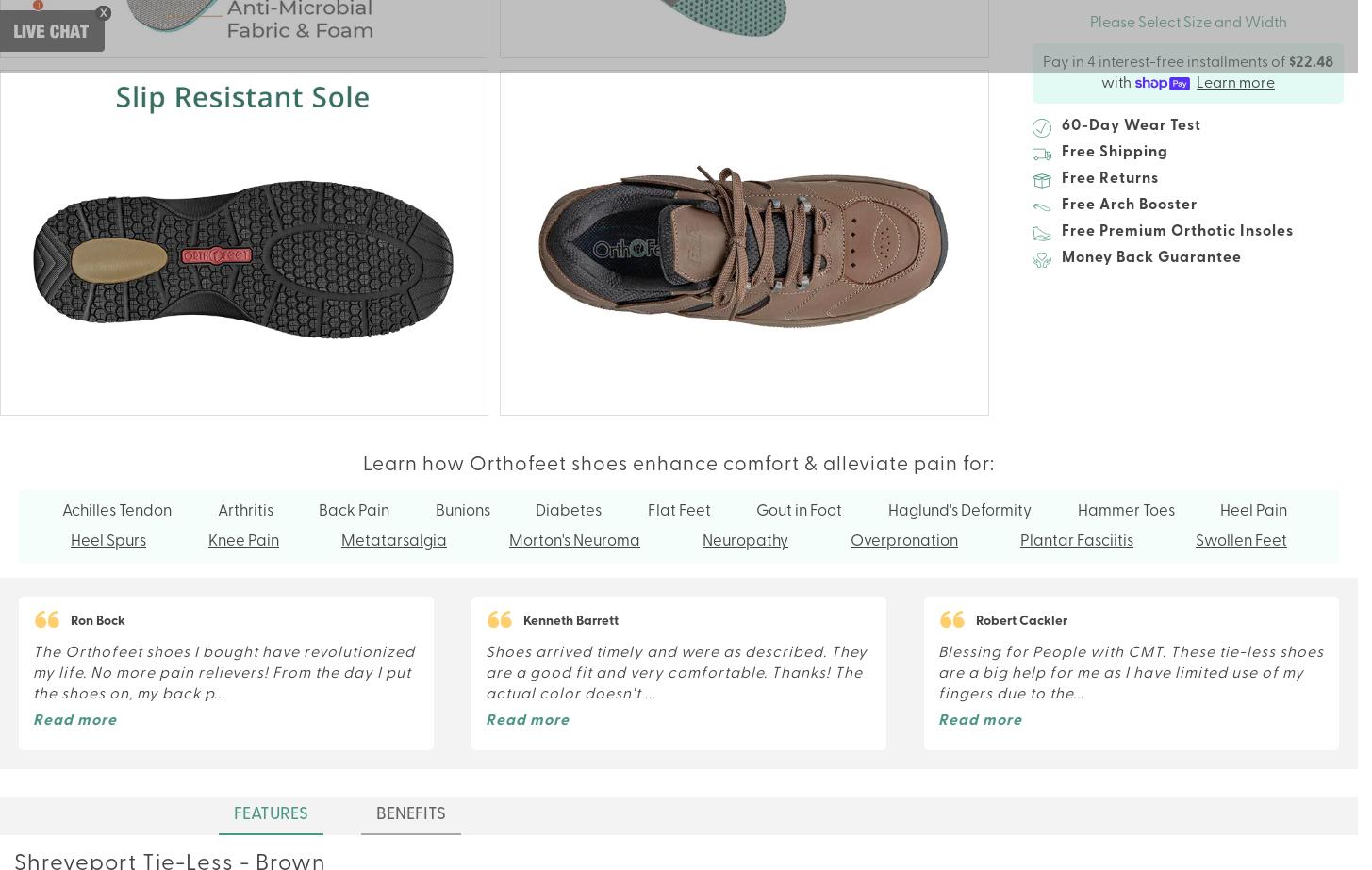 Image resolution: width=1372 pixels, height=870 pixels. I want to click on 'Gout in Foot', so click(798, 510).